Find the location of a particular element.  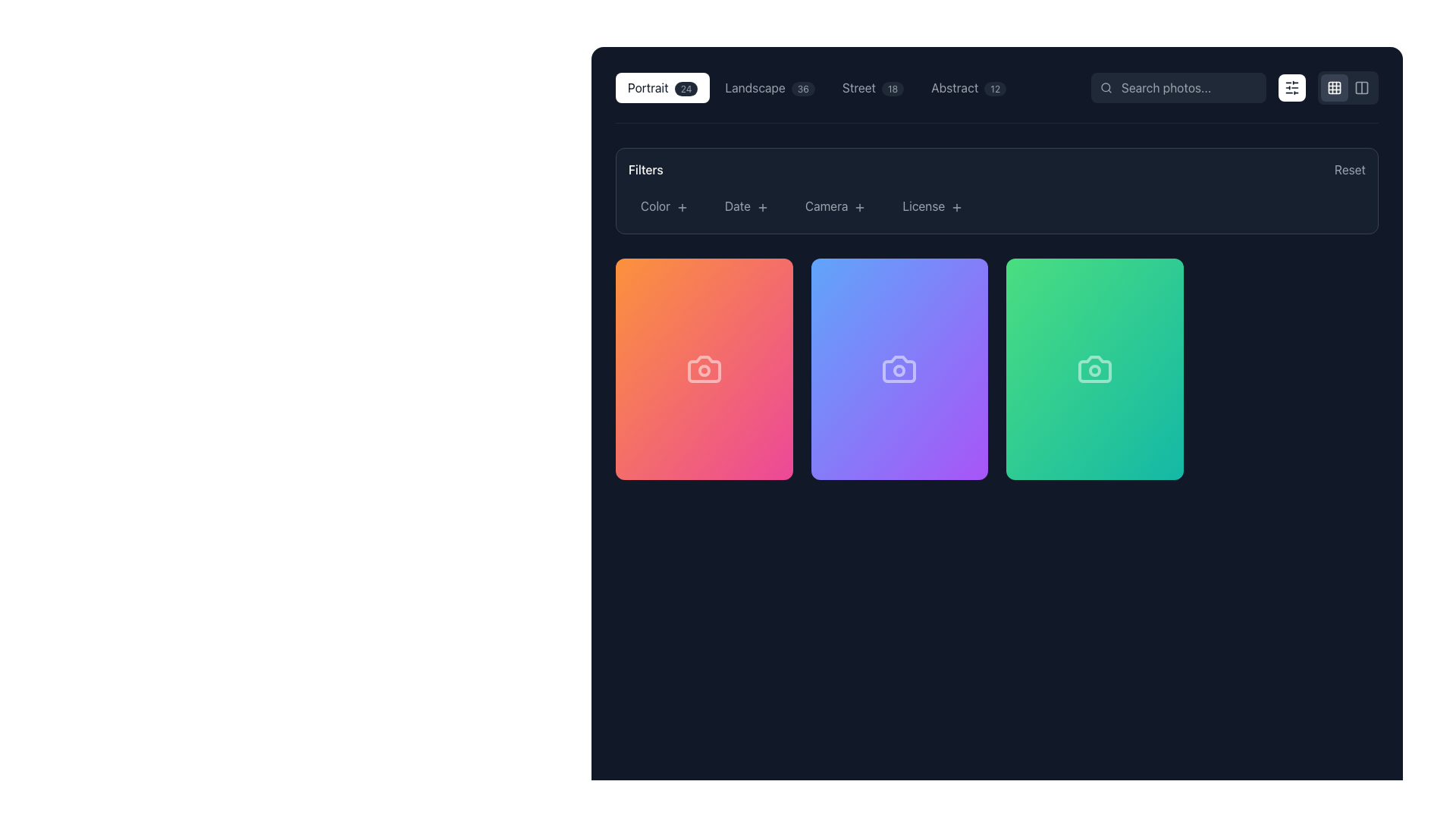

the square-shaped button with a white background and rounded corners, featuring a dark gray icon of horizontal sliders, located in the top-right corner of the interface adjacent to the search bar is located at coordinates (1291, 87).